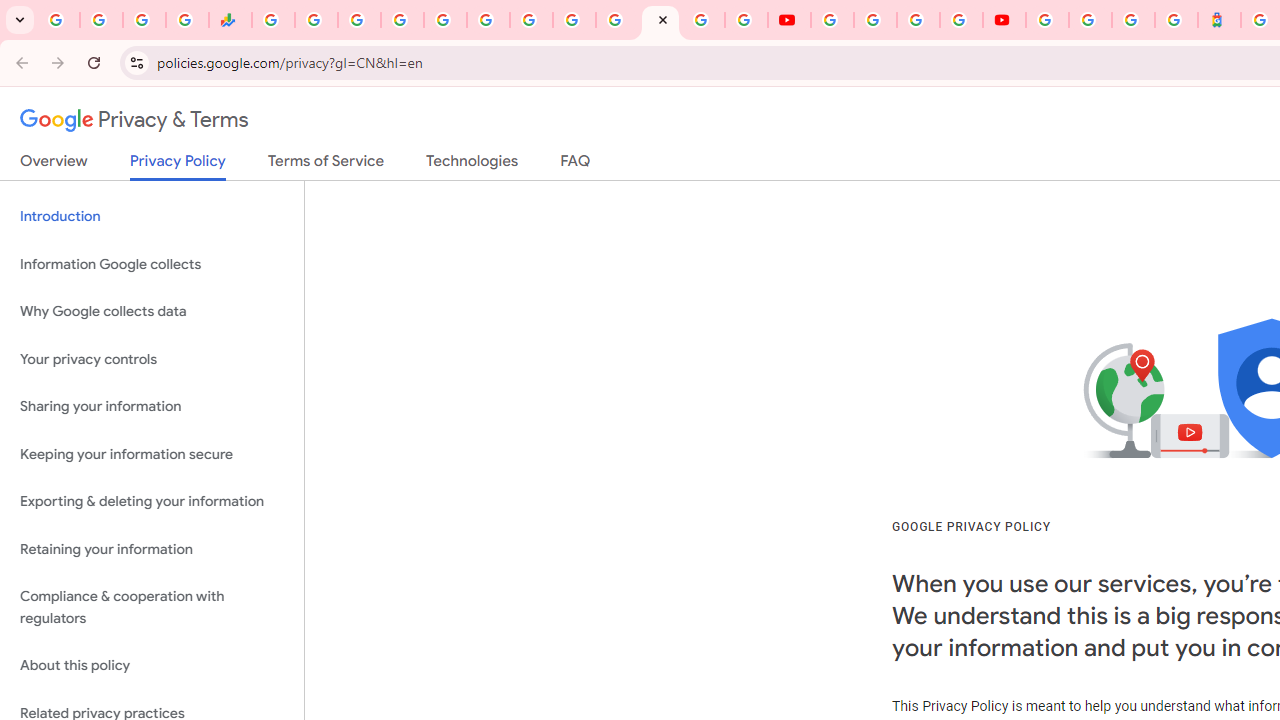  Describe the element at coordinates (1089, 20) in the screenshot. I see `'Sign in - Google Accounts'` at that location.